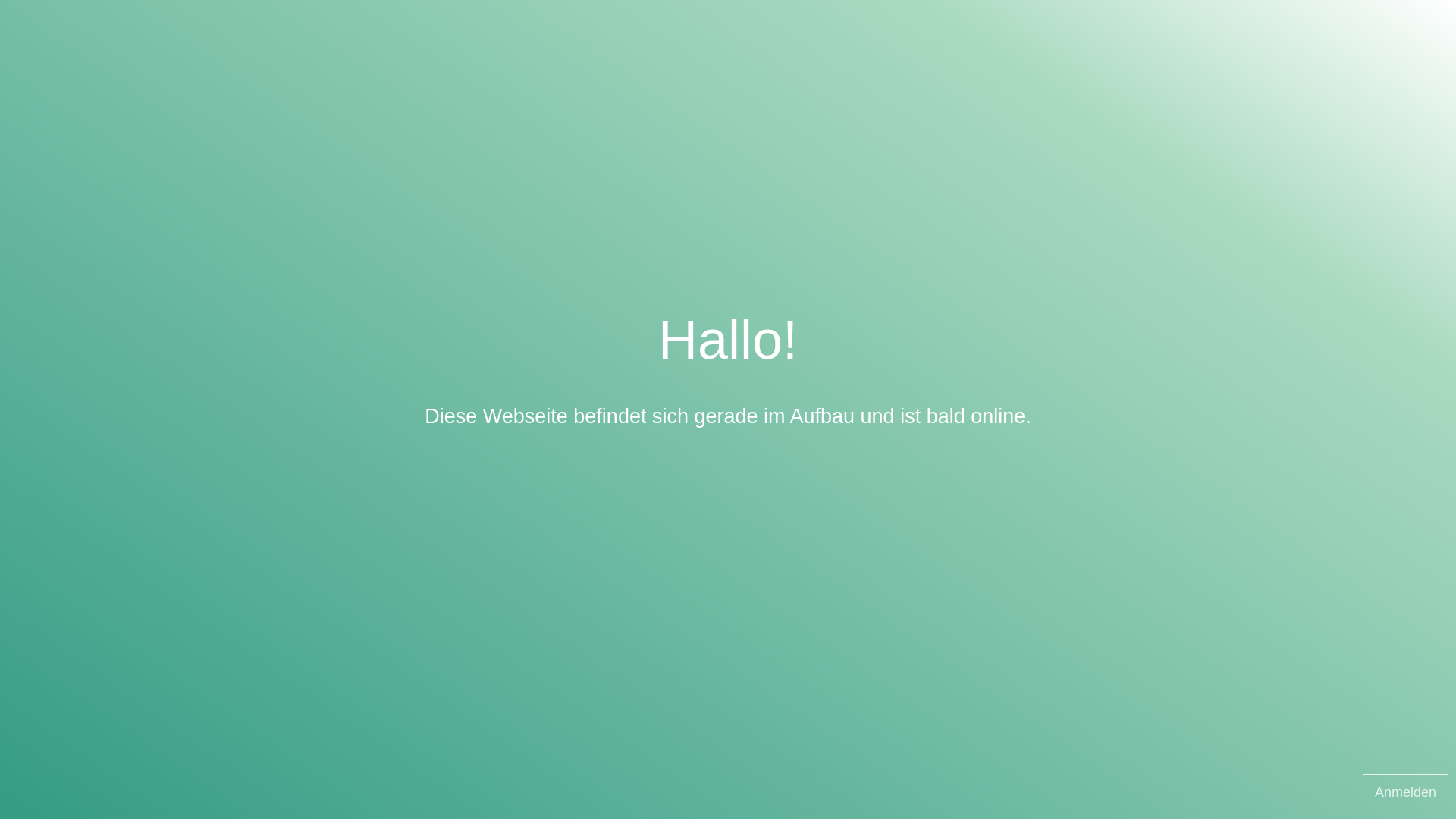 The image size is (1456, 819). I want to click on 'Anmelden', so click(1362, 792).